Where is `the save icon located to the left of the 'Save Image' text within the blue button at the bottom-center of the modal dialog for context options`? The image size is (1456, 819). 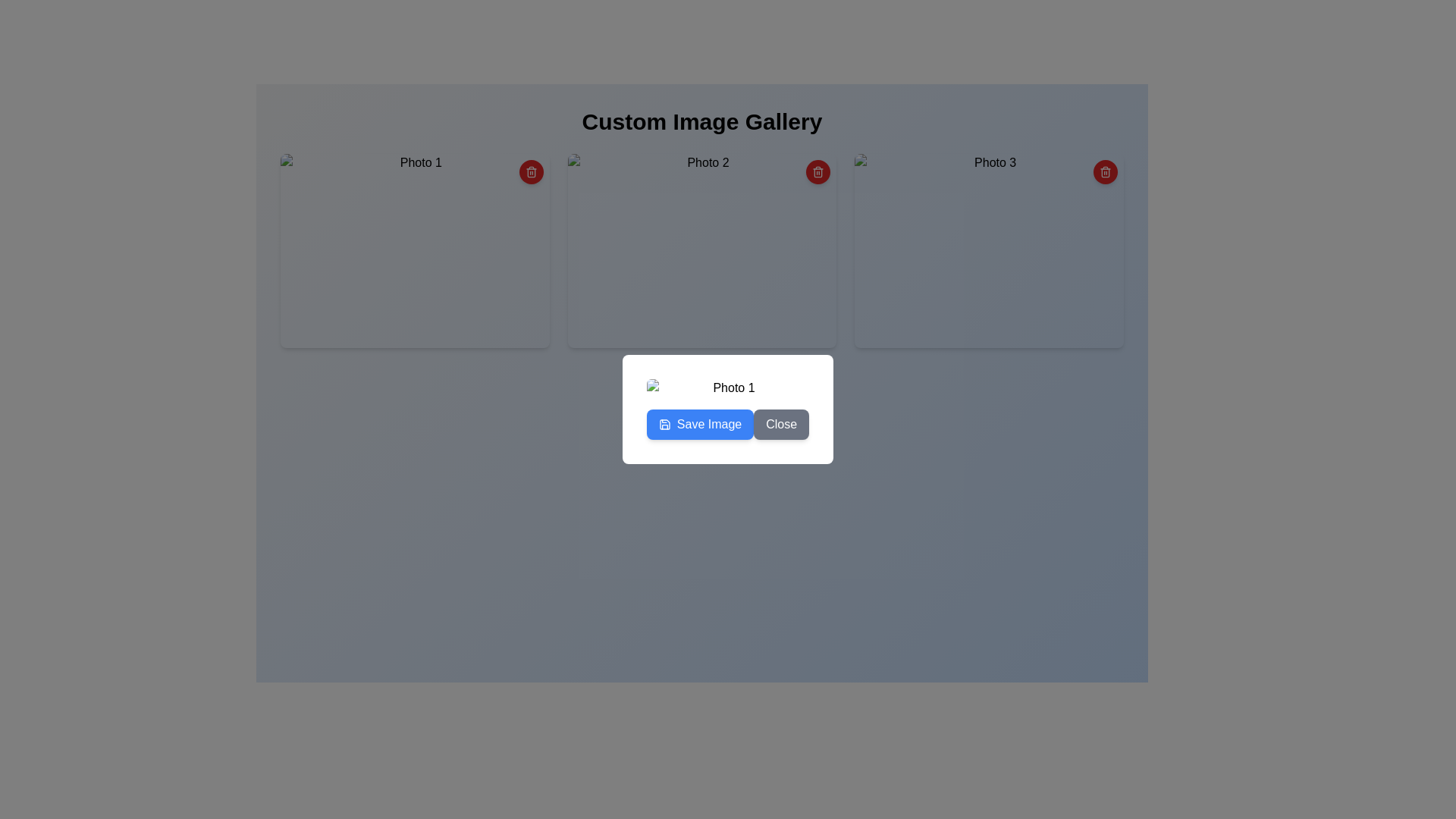
the save icon located to the left of the 'Save Image' text within the blue button at the bottom-center of the modal dialog for context options is located at coordinates (664, 424).